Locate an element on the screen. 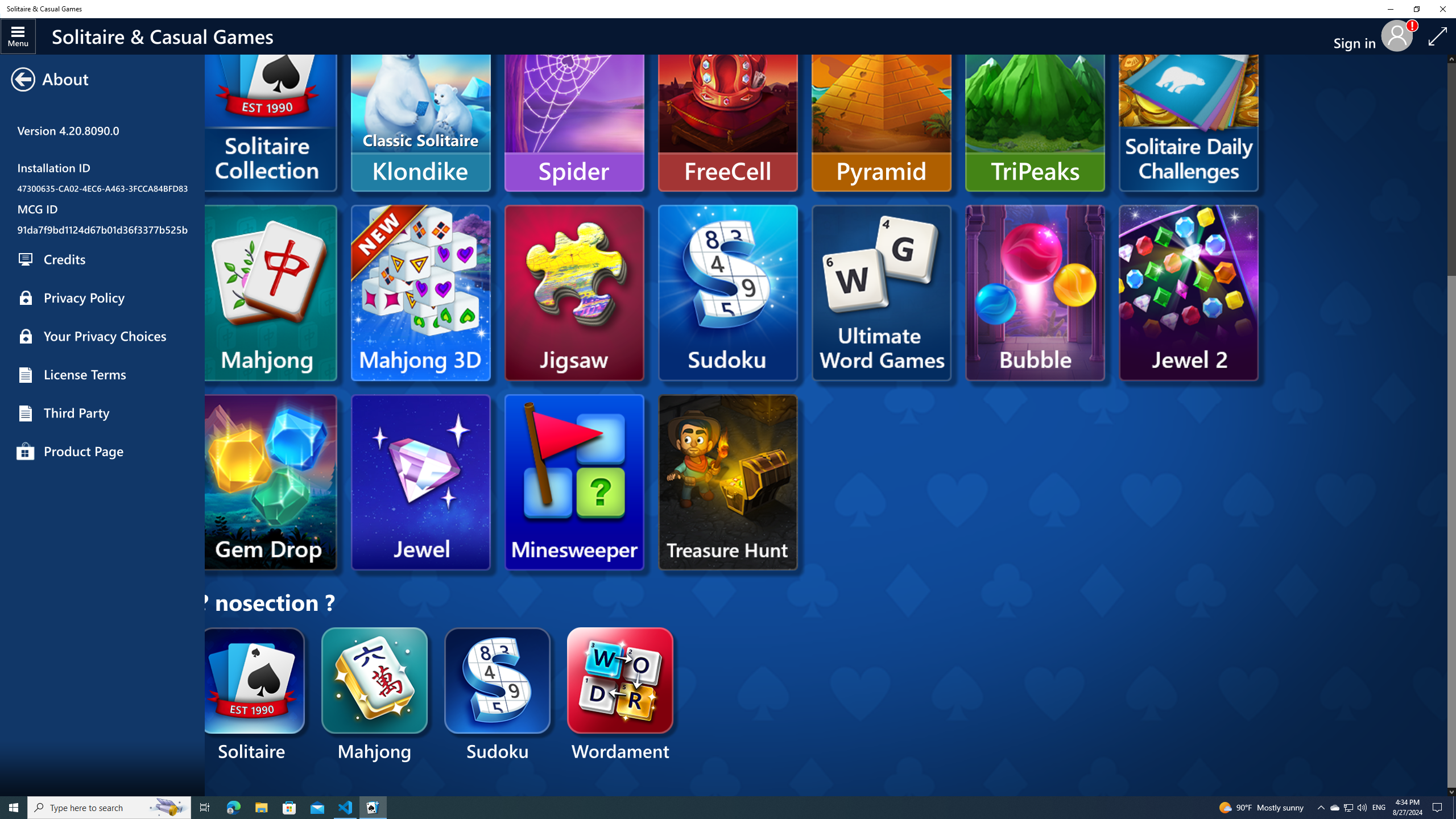 This screenshot has width=1456, height=819. 'Microsoft Mahjong' is located at coordinates (271, 292).